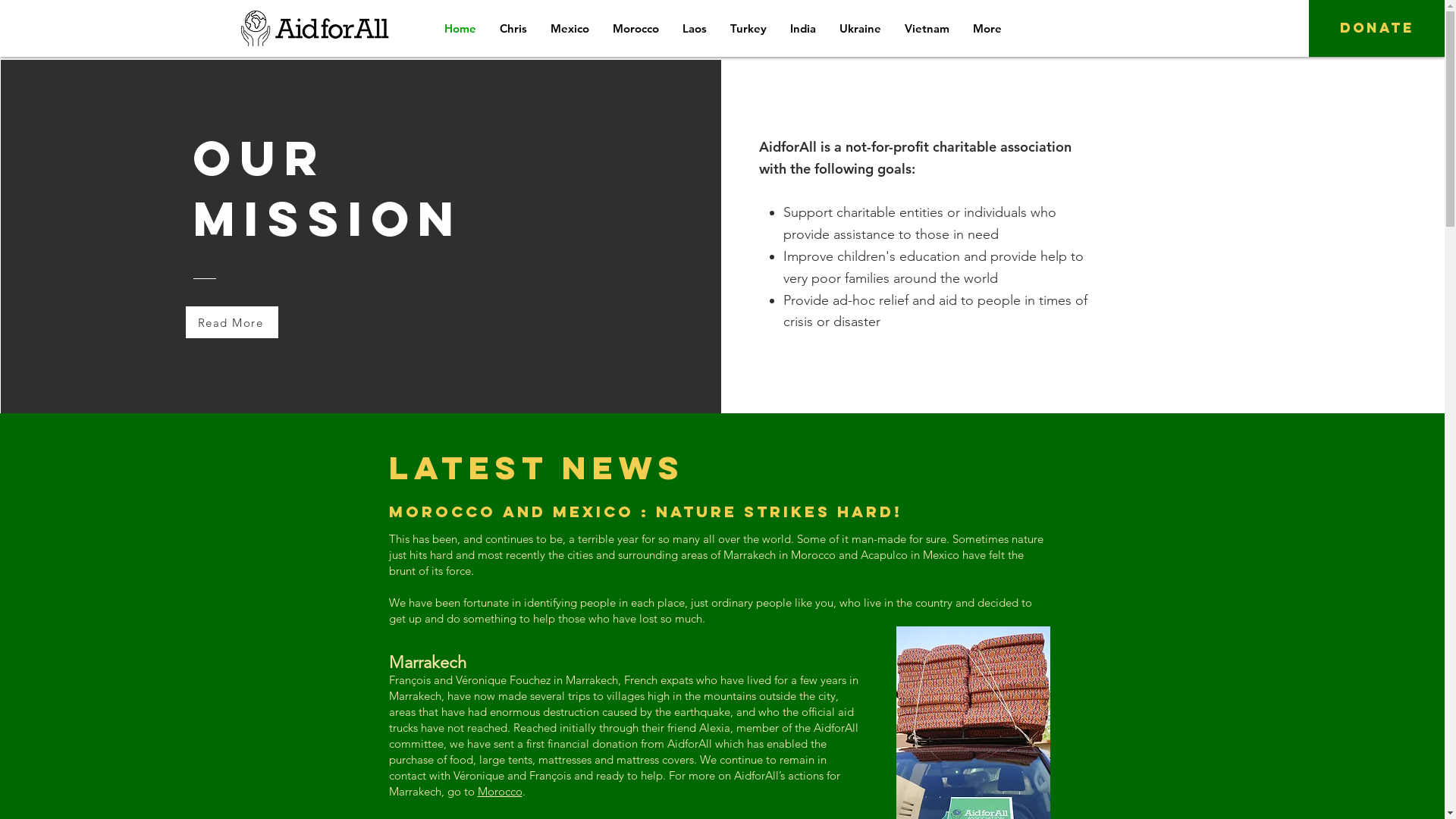  Describe the element at coordinates (459, 28) in the screenshot. I see `'Home'` at that location.